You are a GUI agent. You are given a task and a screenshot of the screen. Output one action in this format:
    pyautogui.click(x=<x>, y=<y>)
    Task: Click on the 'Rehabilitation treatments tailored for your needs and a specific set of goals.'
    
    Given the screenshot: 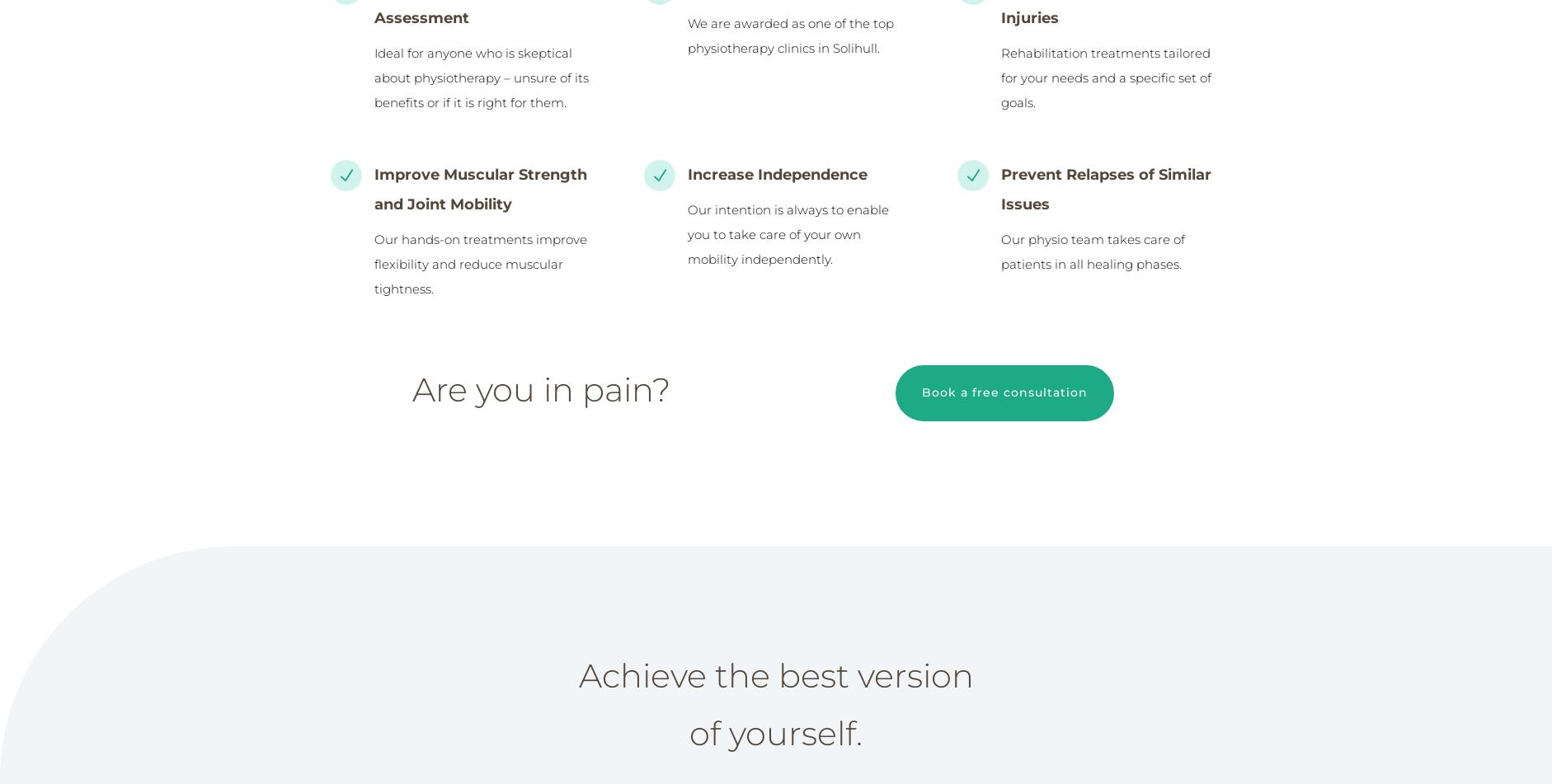 What is the action you would take?
    pyautogui.click(x=999, y=77)
    